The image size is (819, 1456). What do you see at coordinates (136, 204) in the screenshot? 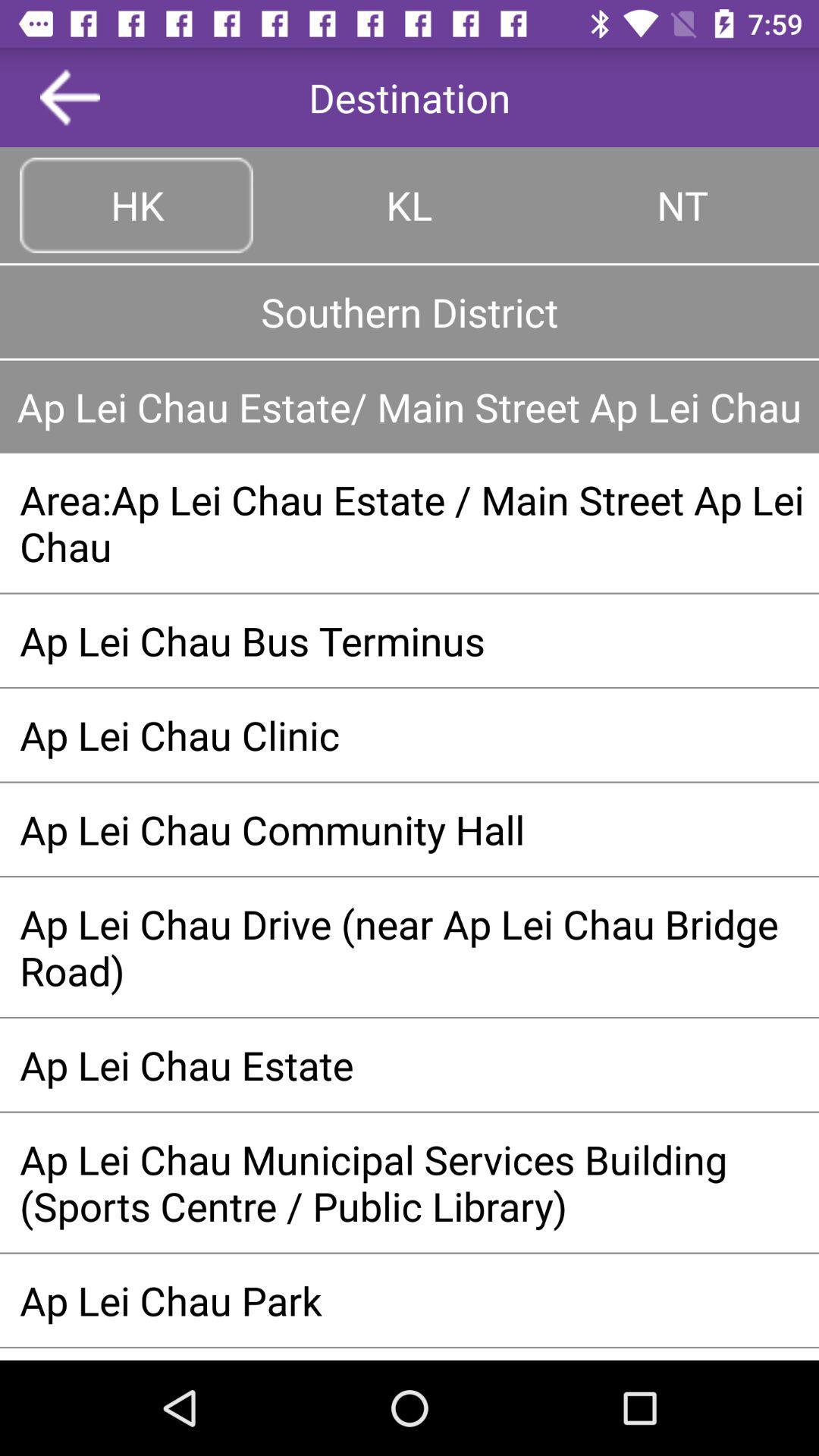
I see `button next to the kl icon` at bounding box center [136, 204].